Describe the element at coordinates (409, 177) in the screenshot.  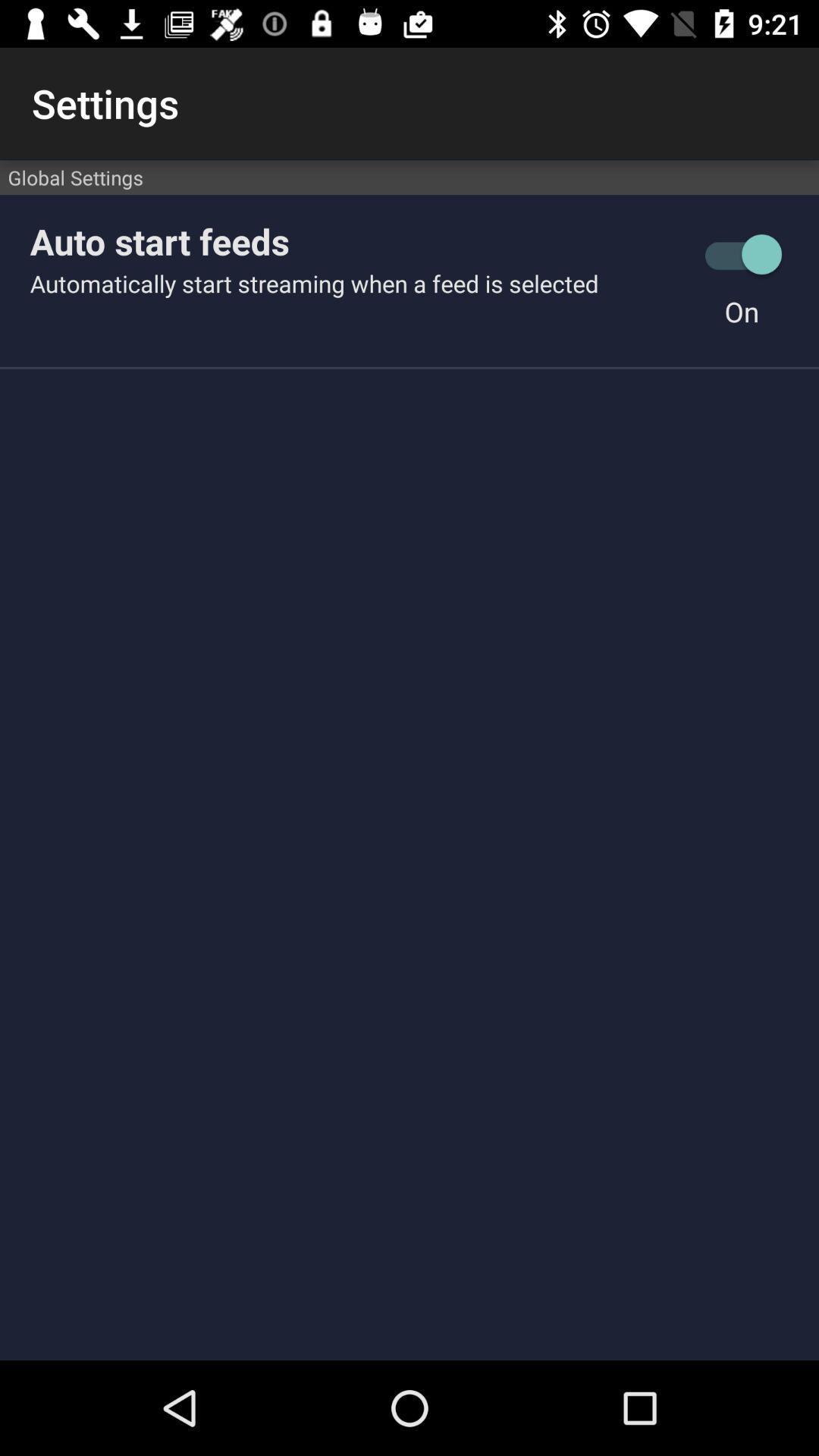
I see `global settings item` at that location.